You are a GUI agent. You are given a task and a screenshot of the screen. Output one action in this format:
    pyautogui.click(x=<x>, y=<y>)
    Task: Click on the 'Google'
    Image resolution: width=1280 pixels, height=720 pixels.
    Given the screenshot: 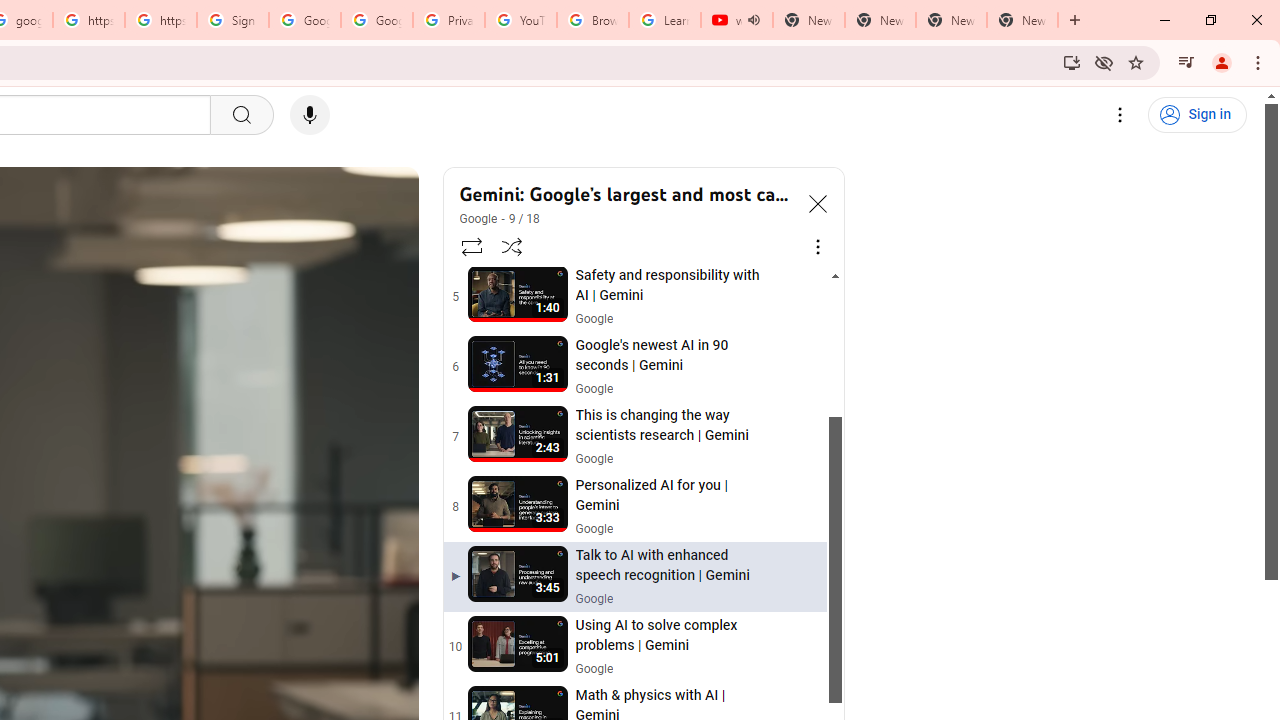 What is the action you would take?
    pyautogui.click(x=478, y=219)
    